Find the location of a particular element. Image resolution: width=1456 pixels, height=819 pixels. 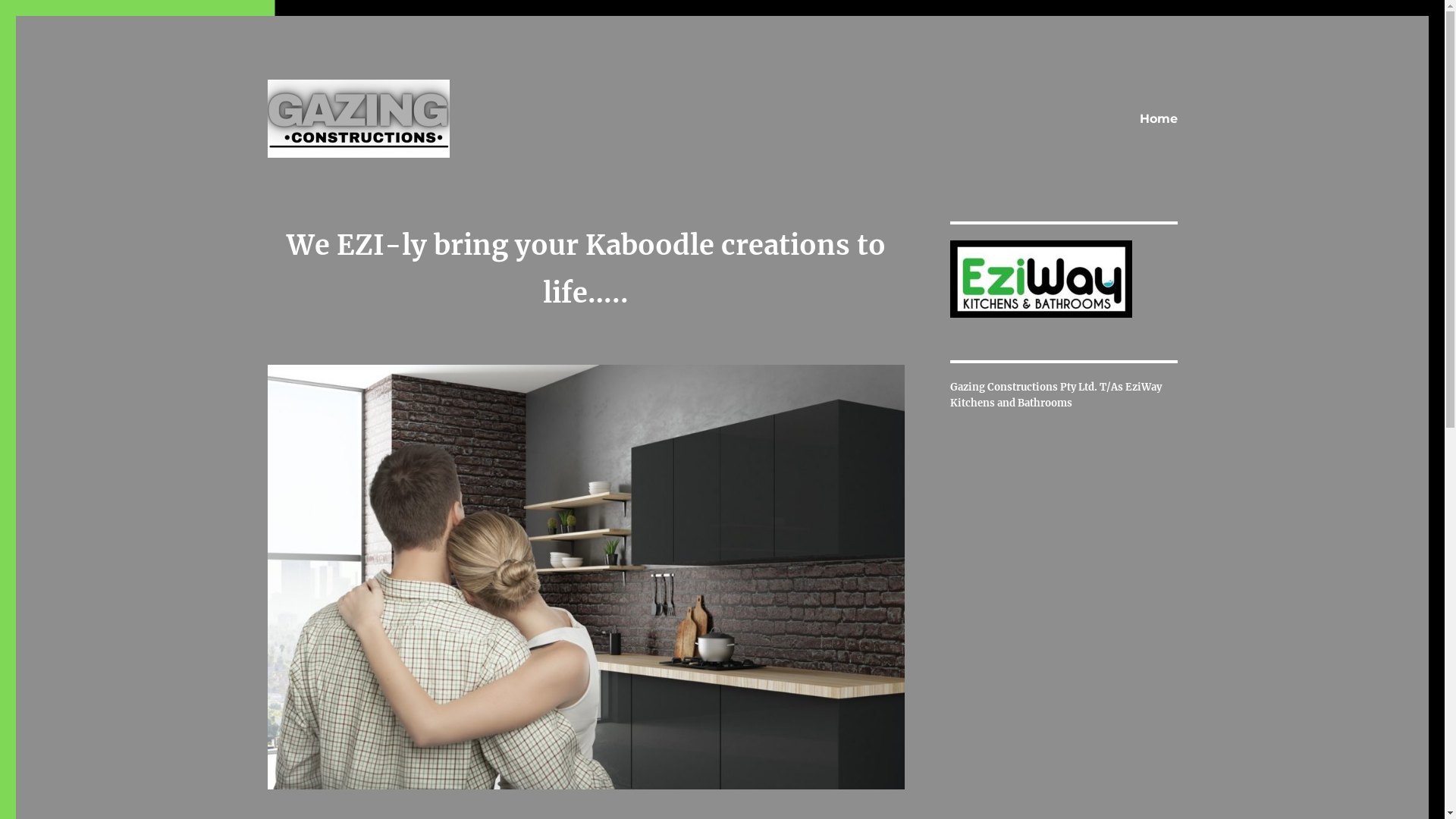

'Home' is located at coordinates (1156, 118).